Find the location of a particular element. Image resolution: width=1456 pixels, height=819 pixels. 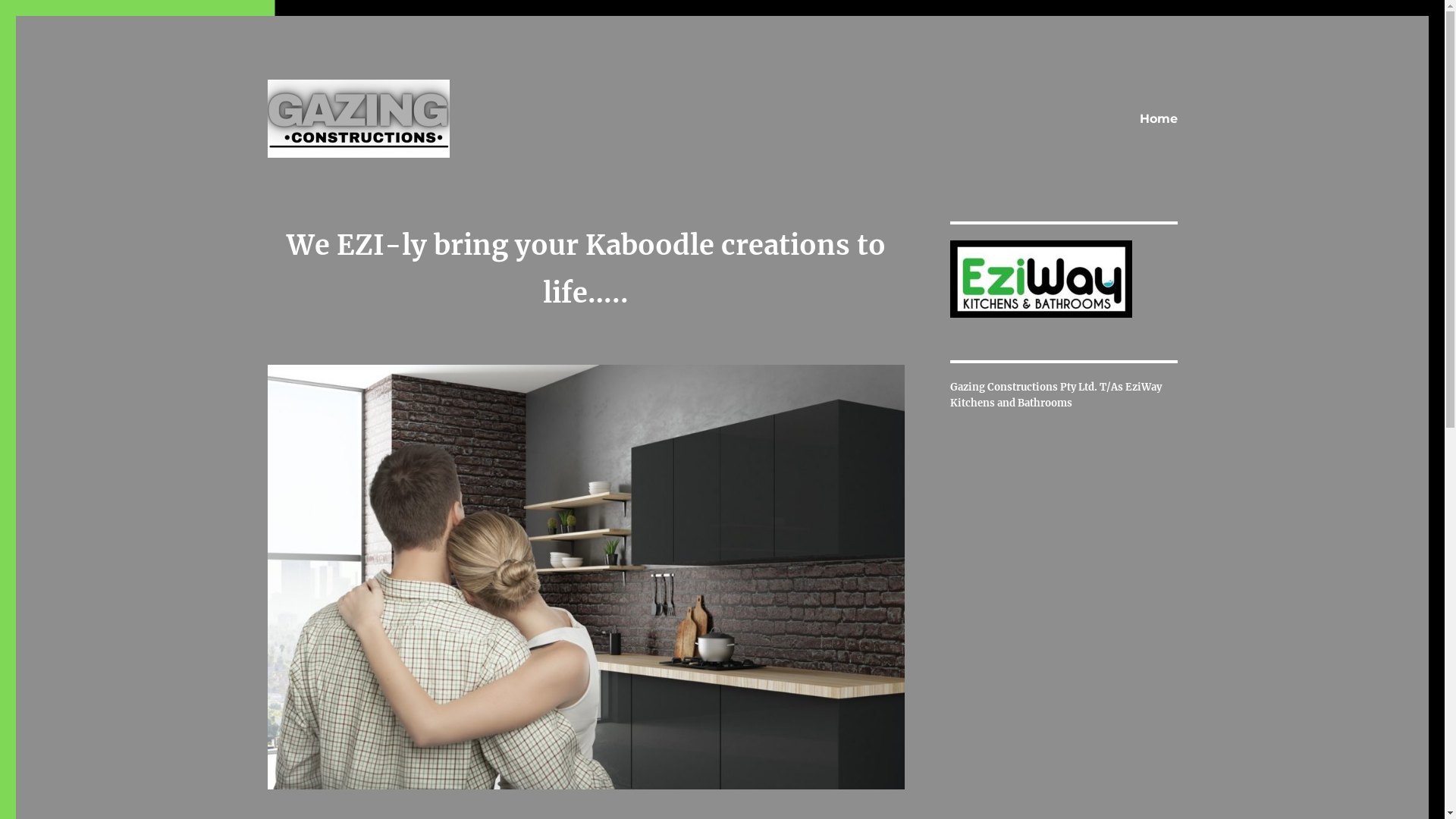

'Home' is located at coordinates (1156, 118).